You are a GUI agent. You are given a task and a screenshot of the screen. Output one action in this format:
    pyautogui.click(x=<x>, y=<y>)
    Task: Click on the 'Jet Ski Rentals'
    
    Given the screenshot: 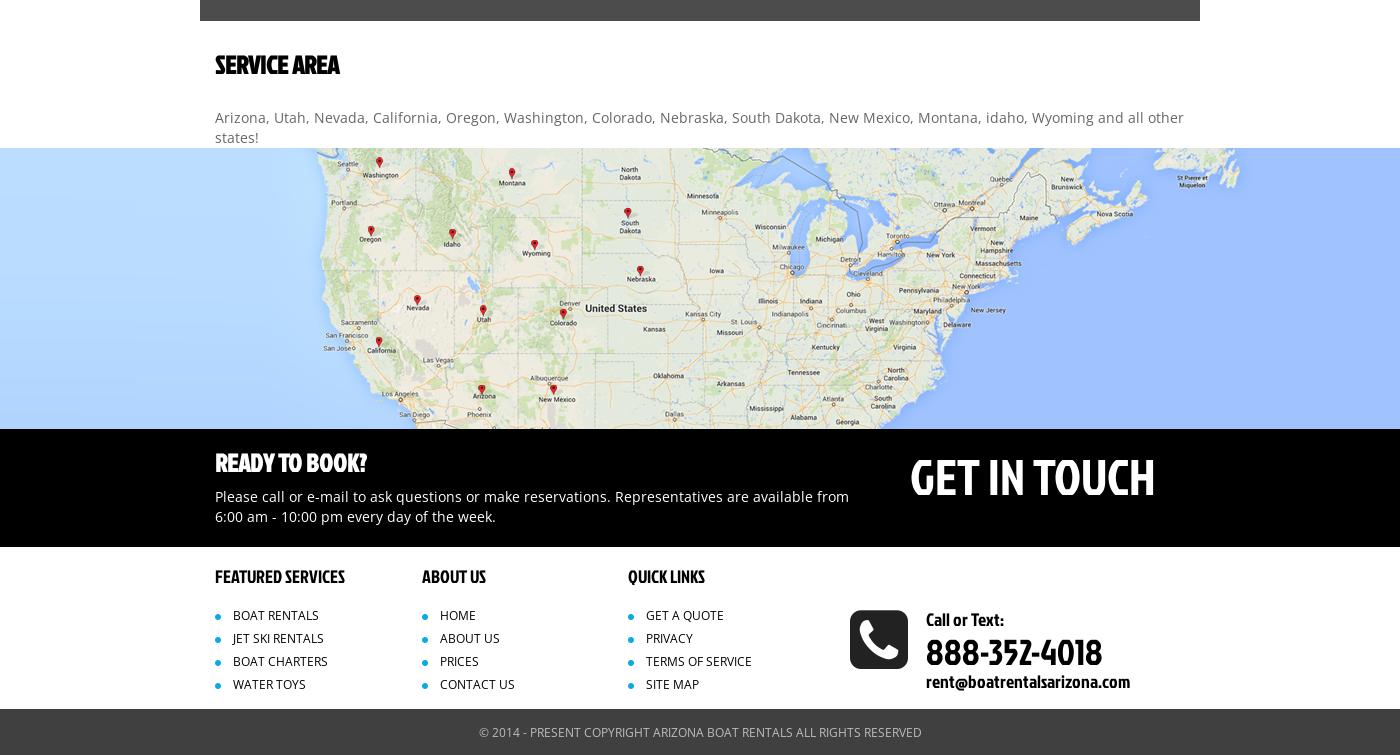 What is the action you would take?
    pyautogui.click(x=278, y=636)
    